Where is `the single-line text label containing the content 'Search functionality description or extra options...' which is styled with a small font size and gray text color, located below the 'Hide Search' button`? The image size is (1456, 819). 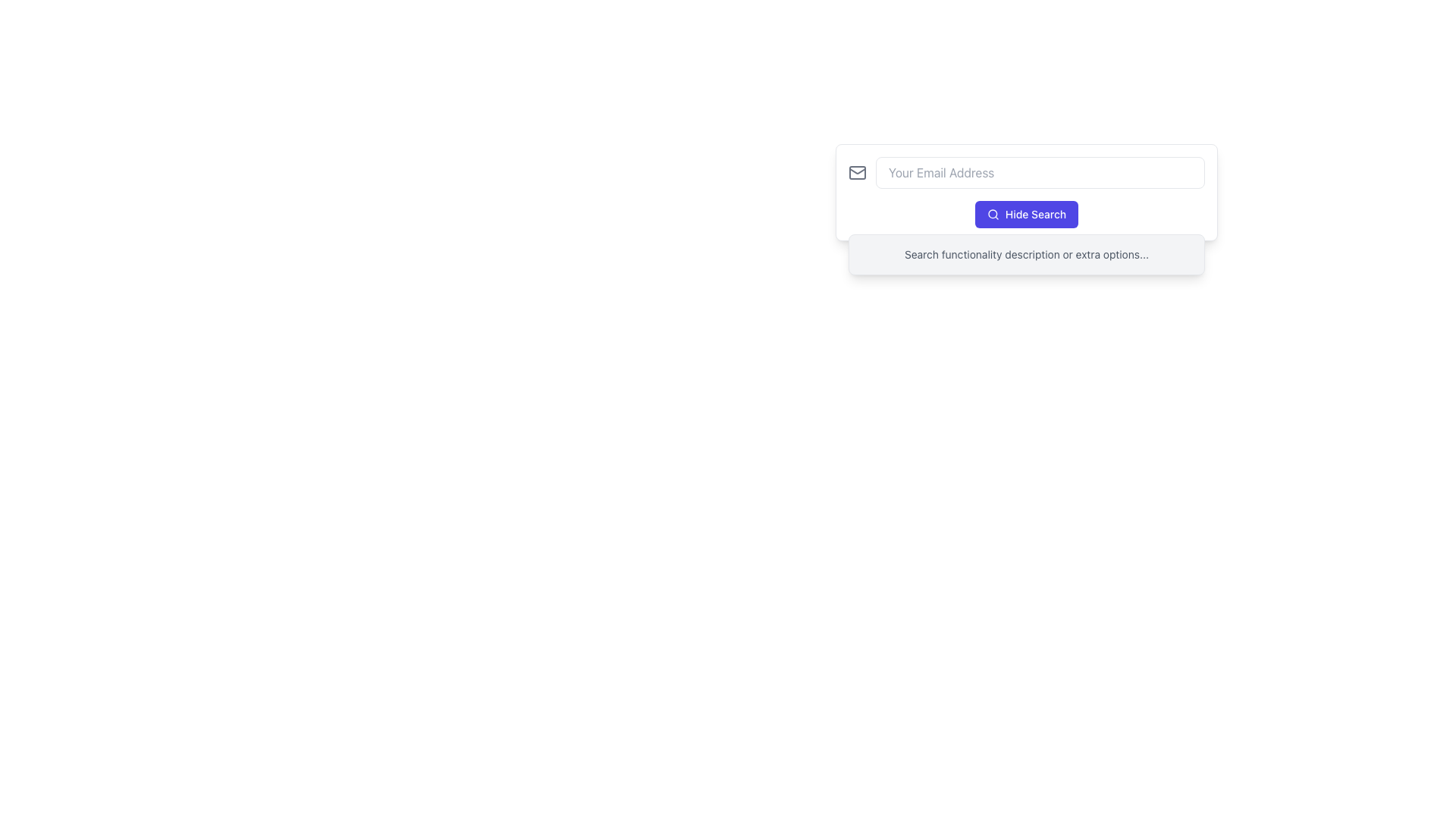
the single-line text label containing the content 'Search functionality description or extra options...' which is styled with a small font size and gray text color, located below the 'Hide Search' button is located at coordinates (1026, 253).